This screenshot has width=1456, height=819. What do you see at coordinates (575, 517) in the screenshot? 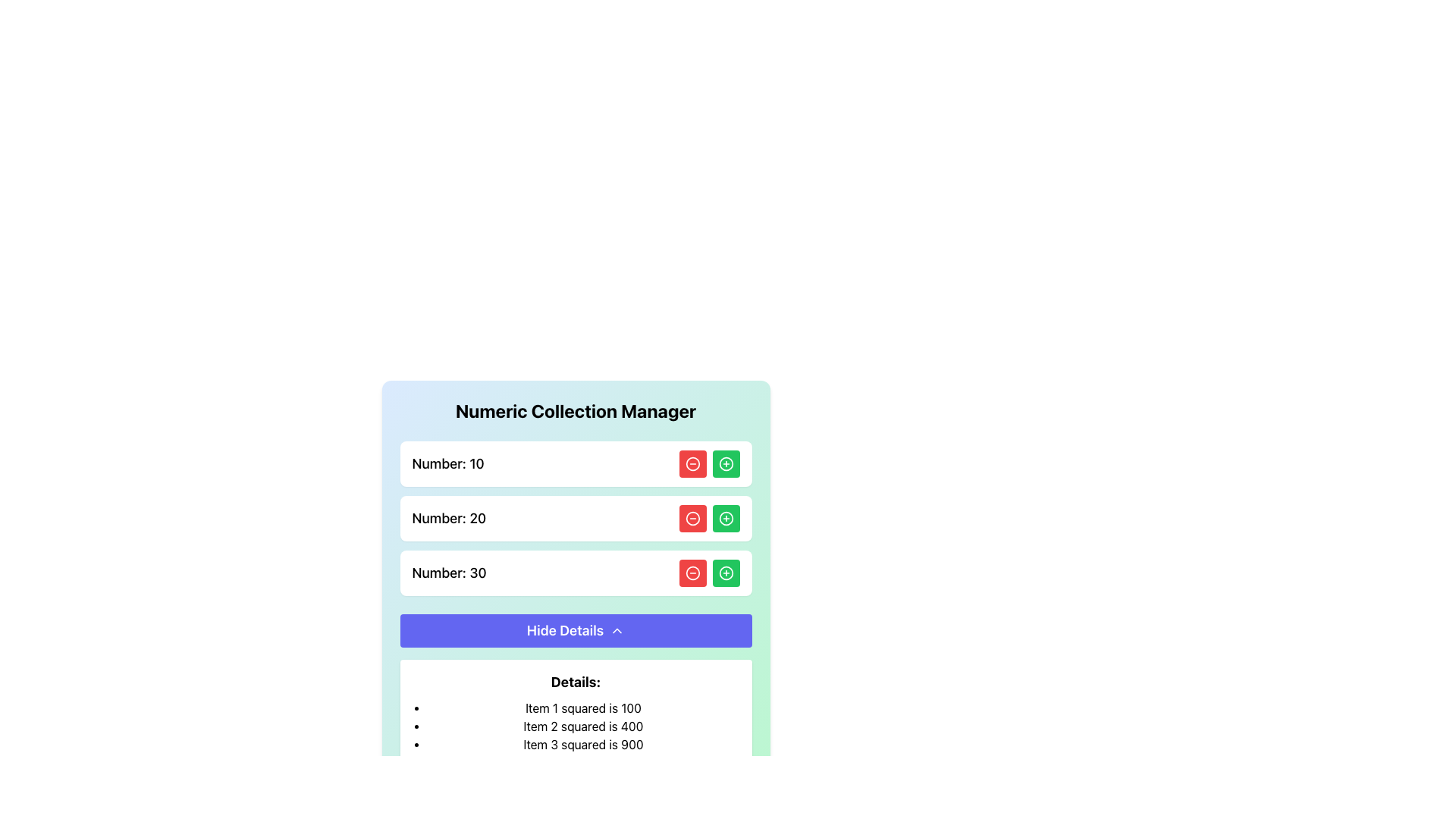
I see `the decrement button of the numeric entry component located between the labels 'Number: 10' and 'Number: 30' to reduce the displayed number` at bounding box center [575, 517].